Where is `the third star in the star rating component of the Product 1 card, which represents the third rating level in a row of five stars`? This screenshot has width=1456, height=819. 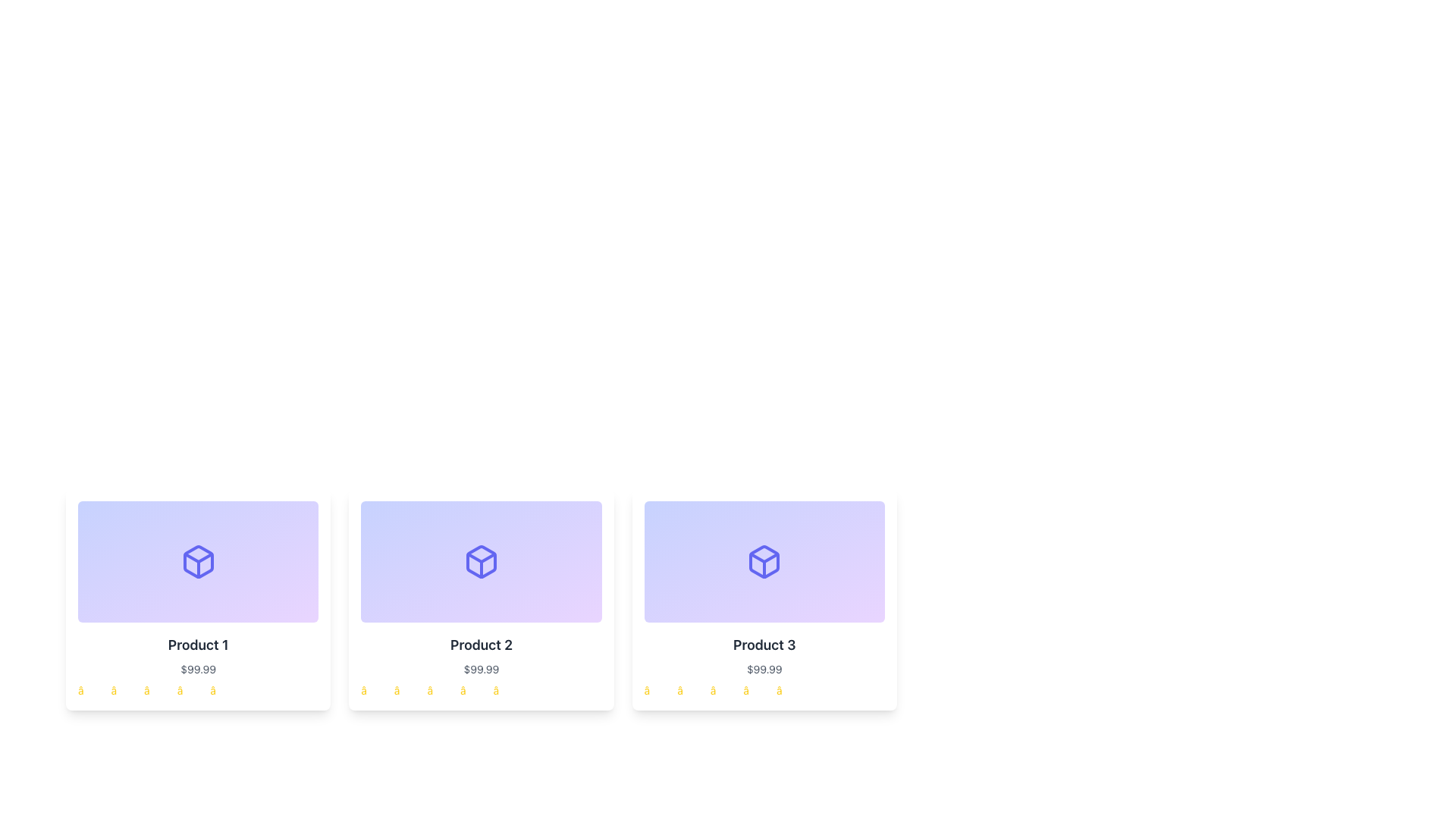 the third star in the star rating component of the Product 1 card, which represents the third rating level in a row of five stars is located at coordinates (157, 690).